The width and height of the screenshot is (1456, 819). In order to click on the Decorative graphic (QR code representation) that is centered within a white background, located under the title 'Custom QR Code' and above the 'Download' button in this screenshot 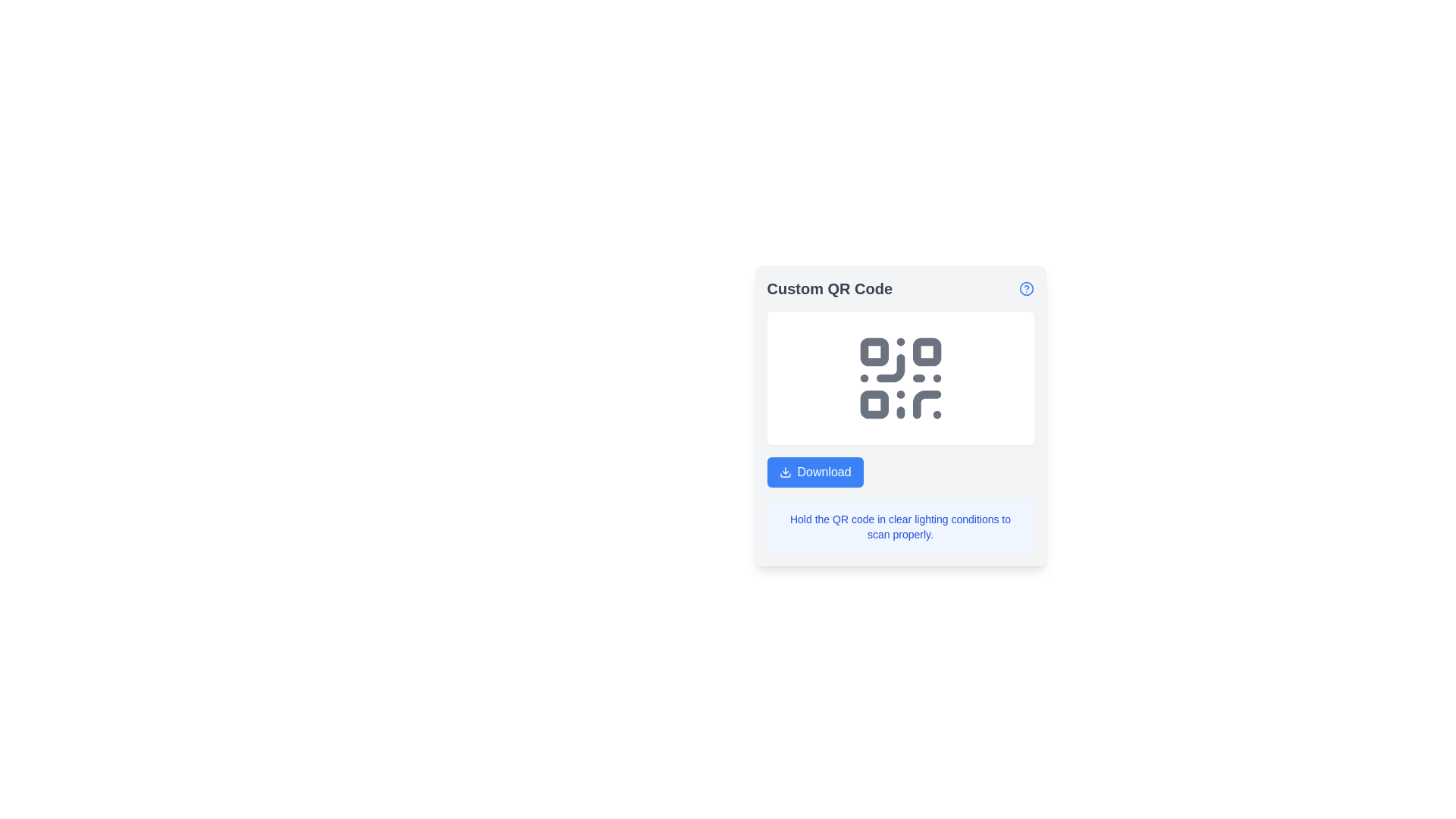, I will do `click(900, 377)`.